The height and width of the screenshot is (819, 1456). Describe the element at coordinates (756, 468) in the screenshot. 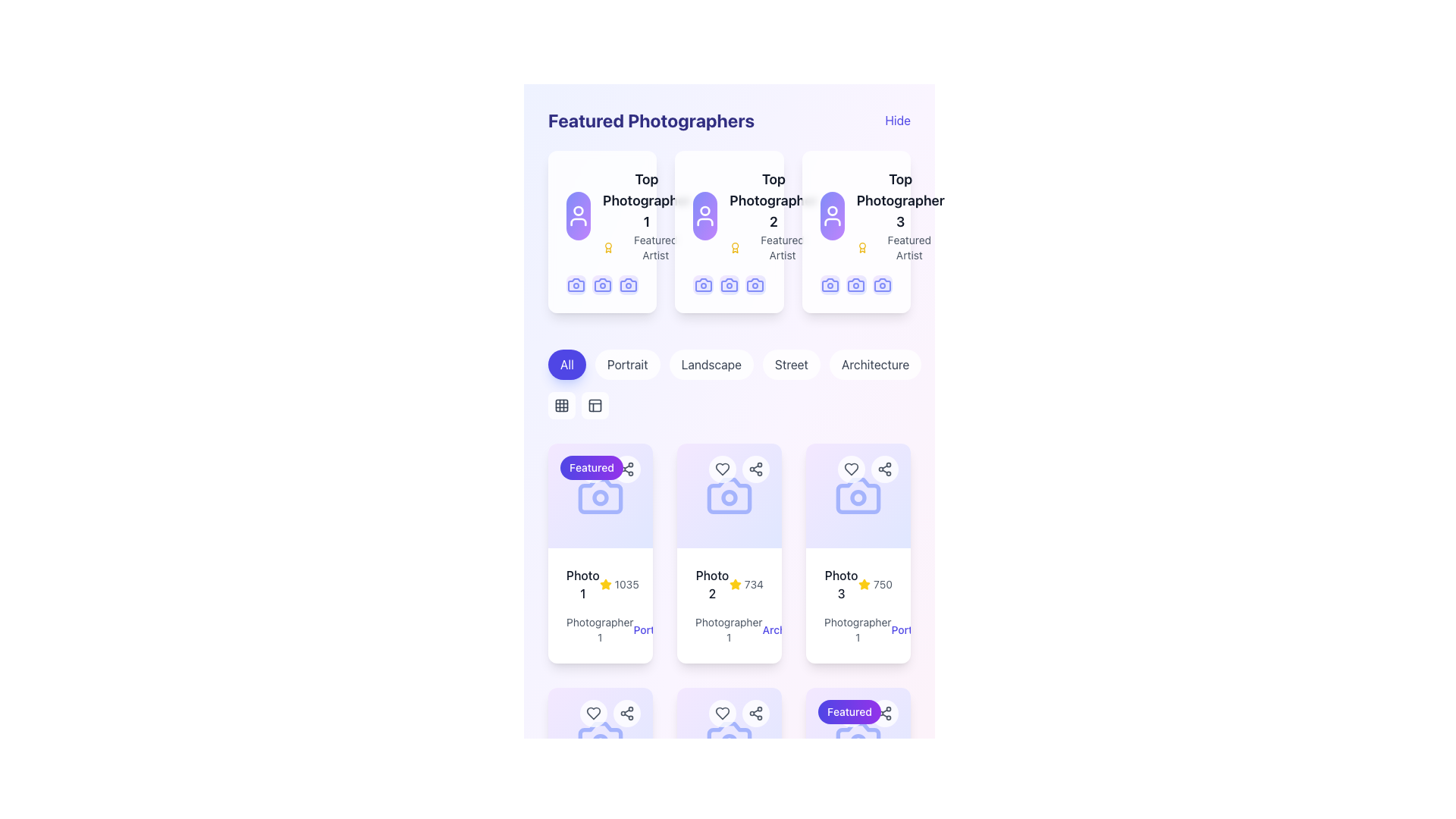

I see `the circular button with a sharing network icon located at the top-right corner of the card for 'Photo 2'` at that location.